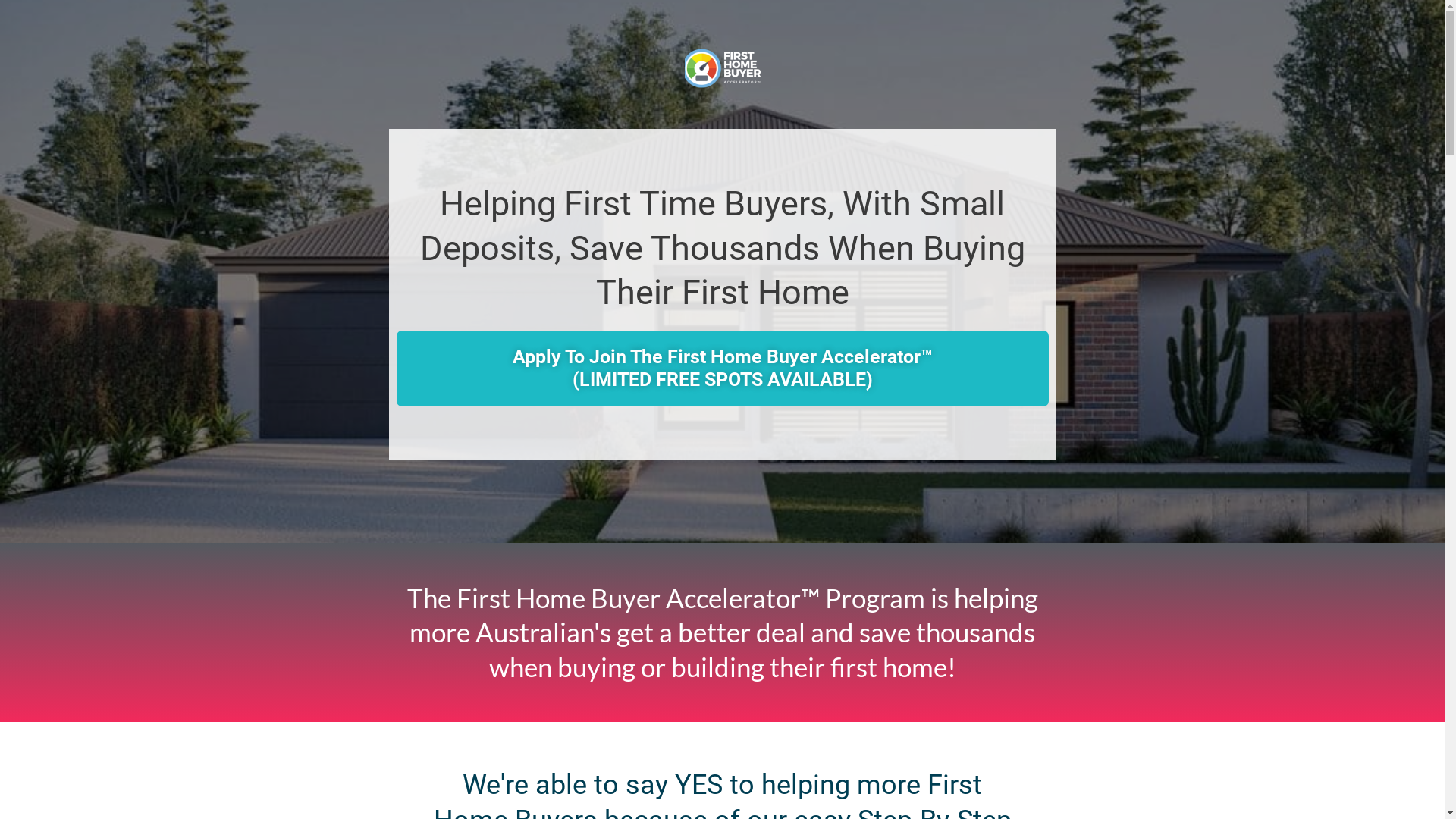 The height and width of the screenshot is (819, 1456). I want to click on 'FHBA', so click(720, 67).